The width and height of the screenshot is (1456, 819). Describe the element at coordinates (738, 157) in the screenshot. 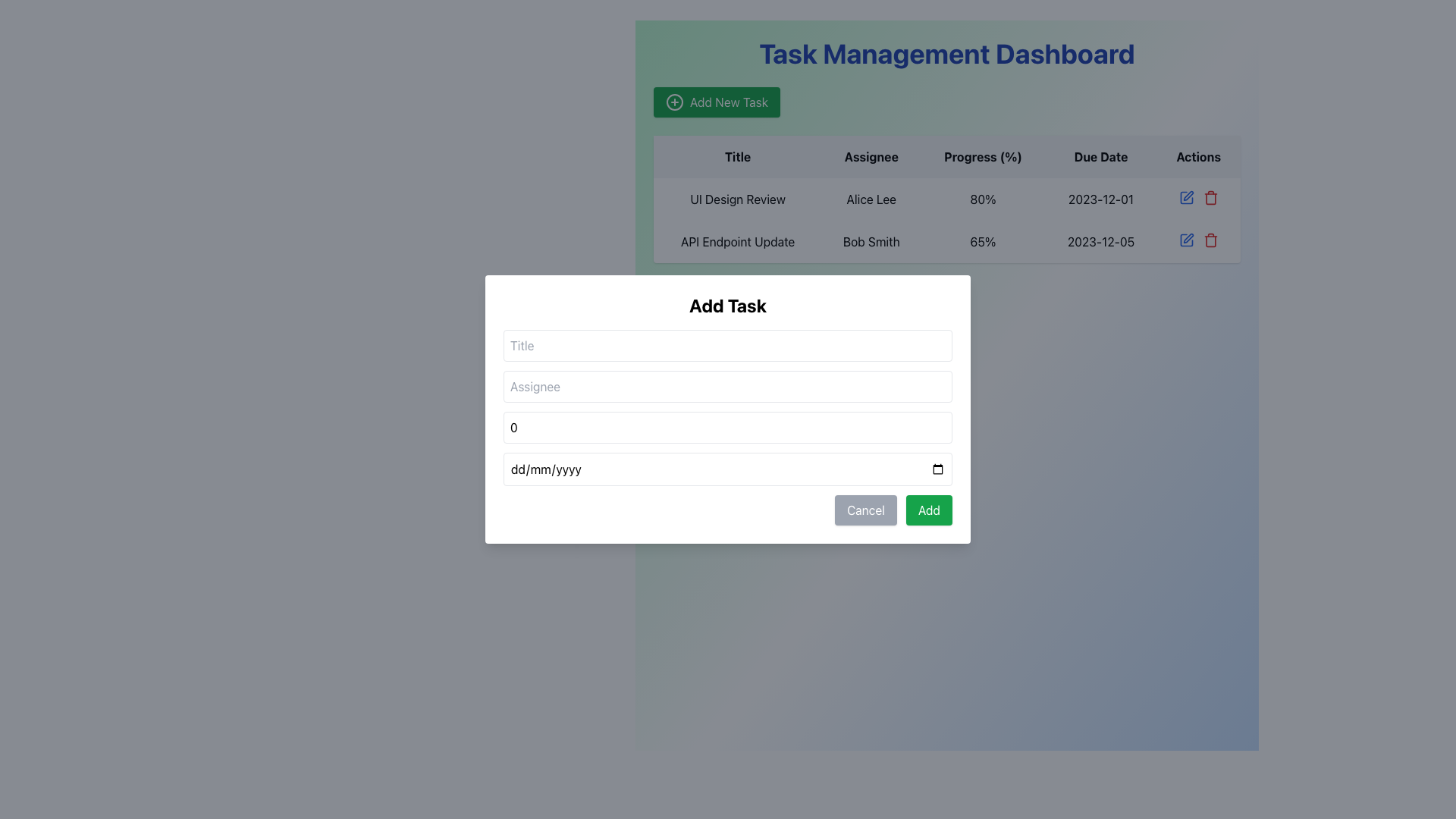

I see `text of the Table Header Label for the first column, which indicates the 'Title' of tasks or items` at that location.